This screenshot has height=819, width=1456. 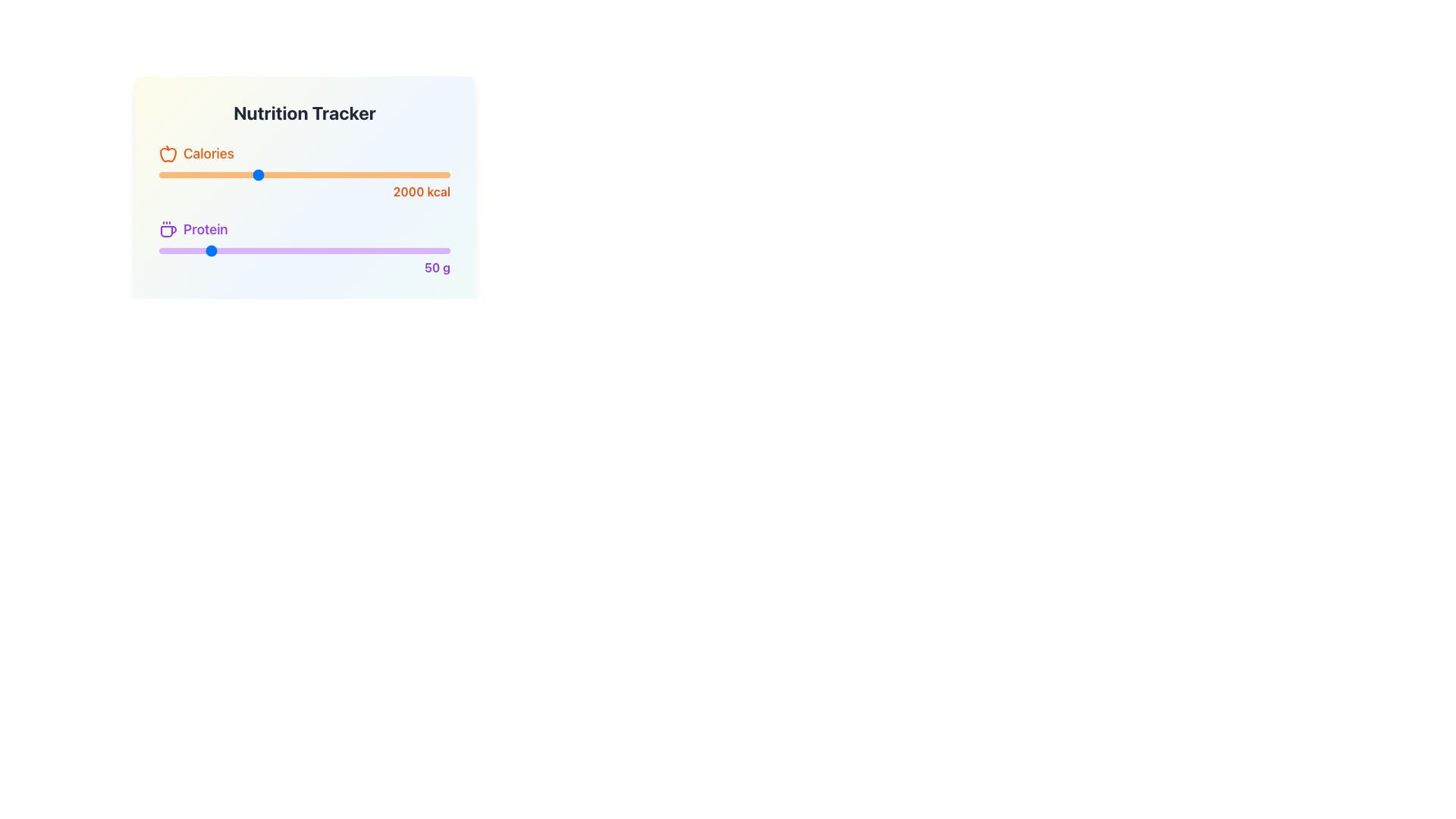 What do you see at coordinates (168, 154) in the screenshot?
I see `the orange apple icon located to the left of the 'Calories' text in the 'Nutrition Tracker' panel` at bounding box center [168, 154].